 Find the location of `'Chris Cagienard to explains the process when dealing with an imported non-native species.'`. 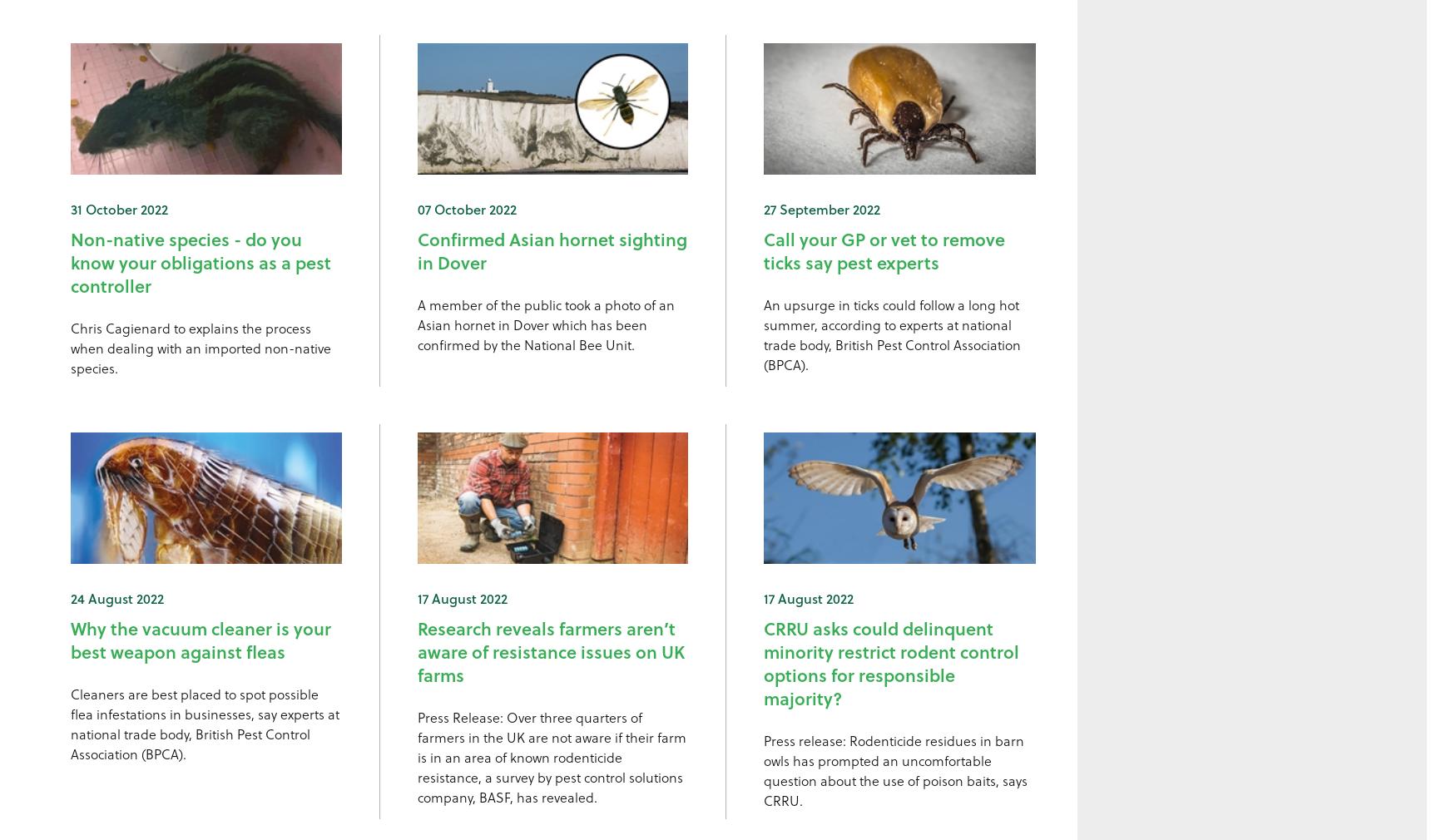

'Chris Cagienard to explains the process when dealing with an imported non-native species.' is located at coordinates (71, 347).